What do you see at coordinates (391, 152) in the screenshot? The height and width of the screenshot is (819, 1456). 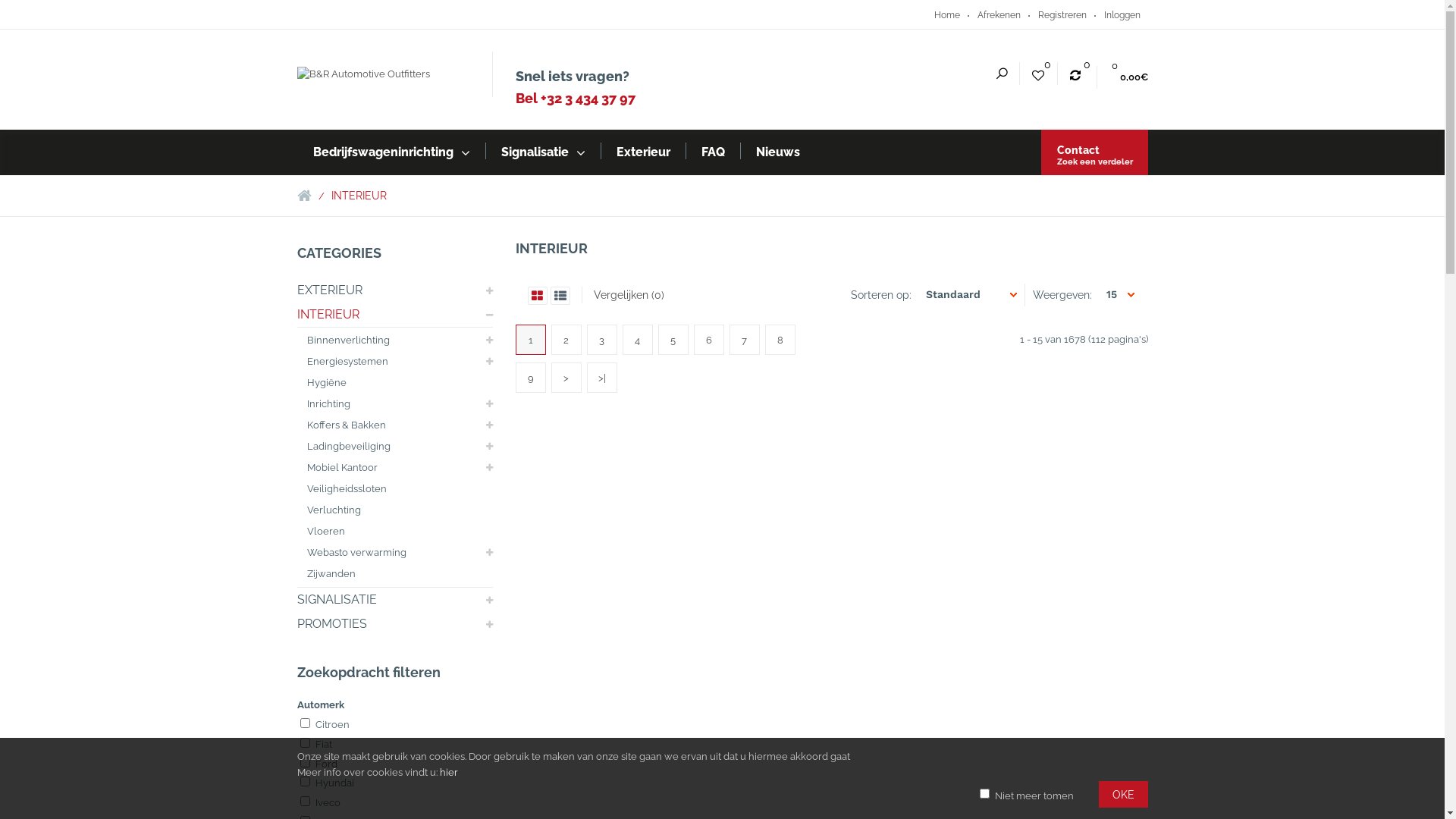 I see `'Bedrijfswageninrichting'` at bounding box center [391, 152].